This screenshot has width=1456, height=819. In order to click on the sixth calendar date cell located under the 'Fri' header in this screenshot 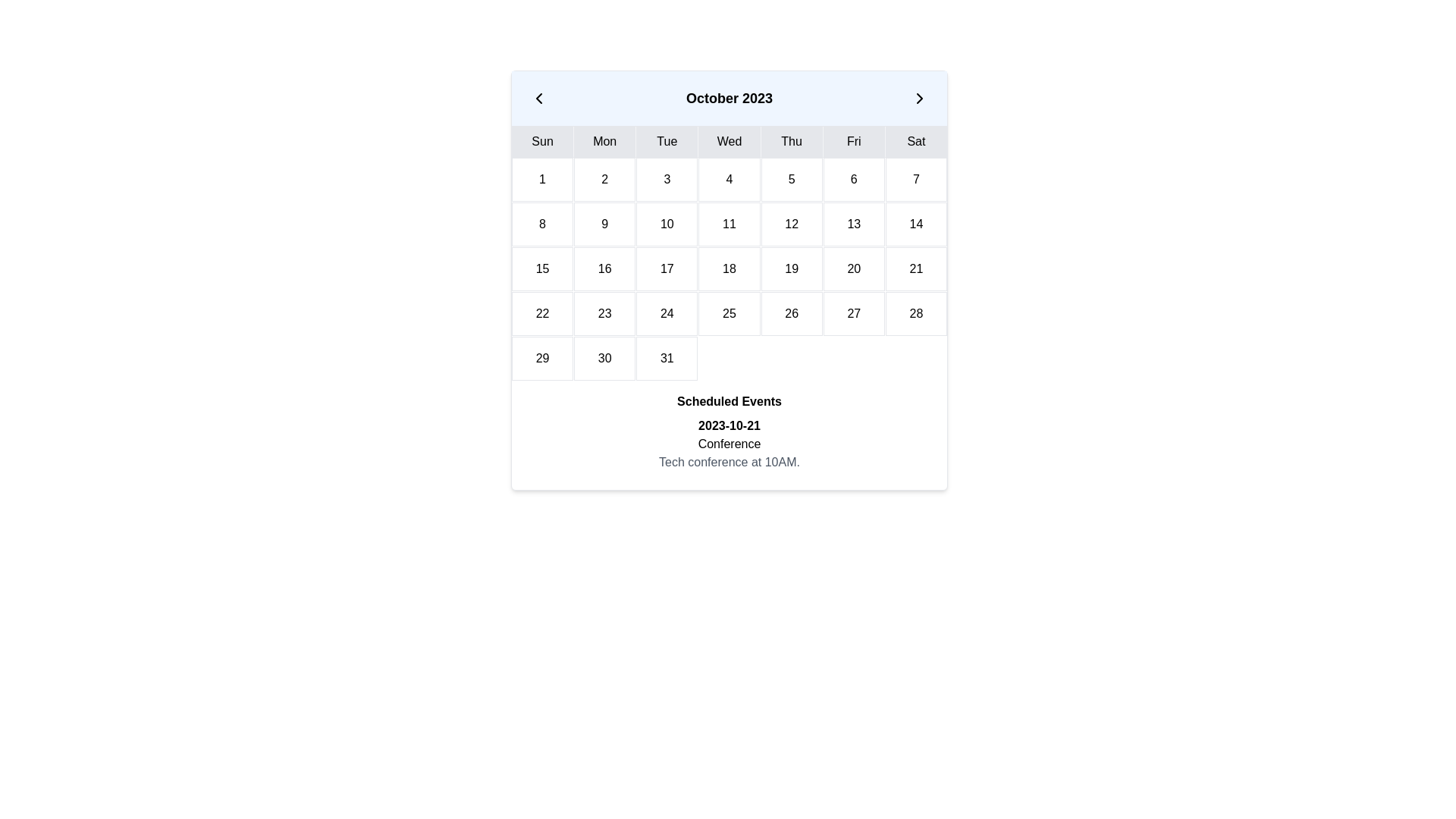, I will do `click(854, 178)`.